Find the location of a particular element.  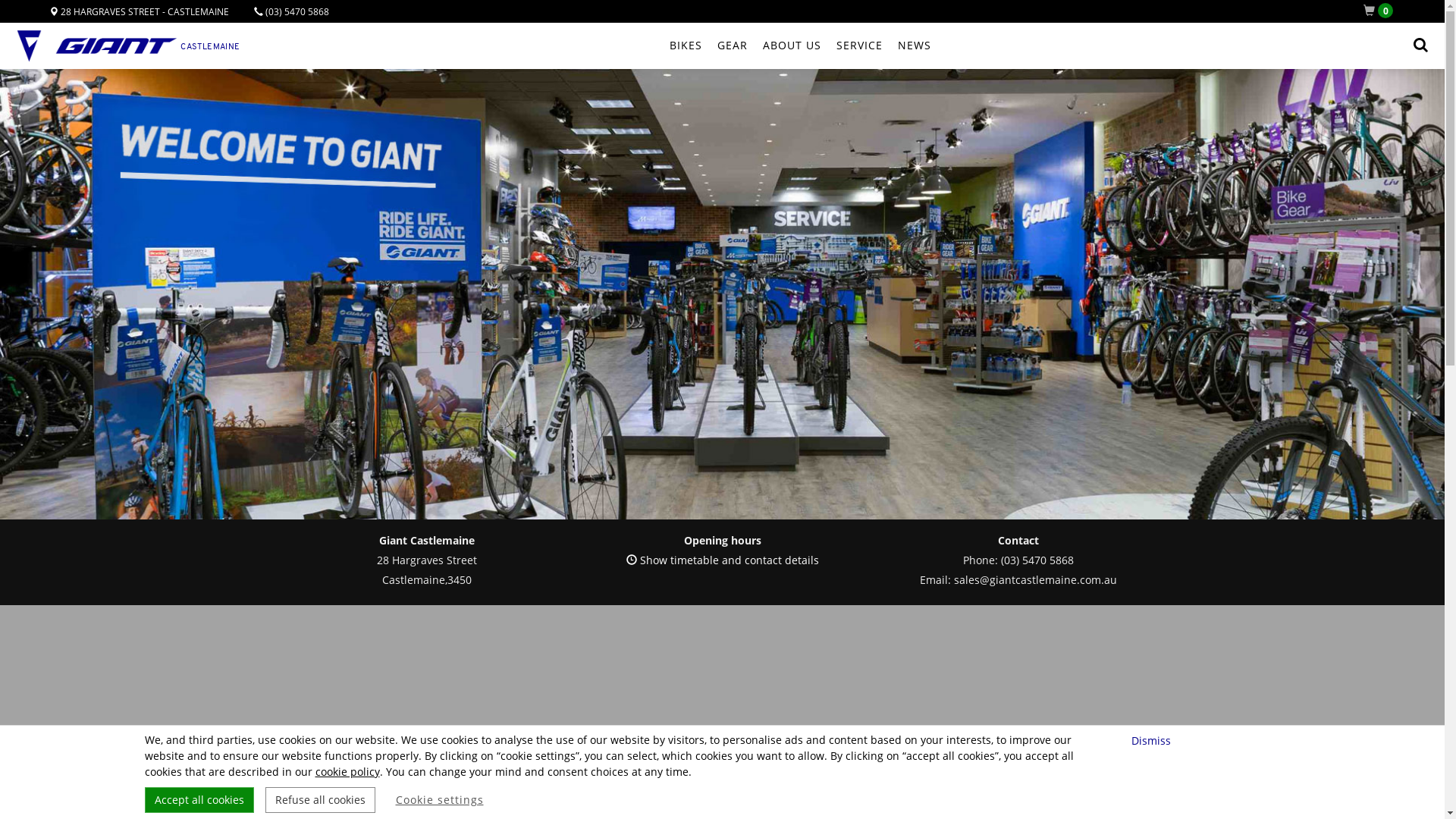

'ABOUT US' is located at coordinates (791, 45).